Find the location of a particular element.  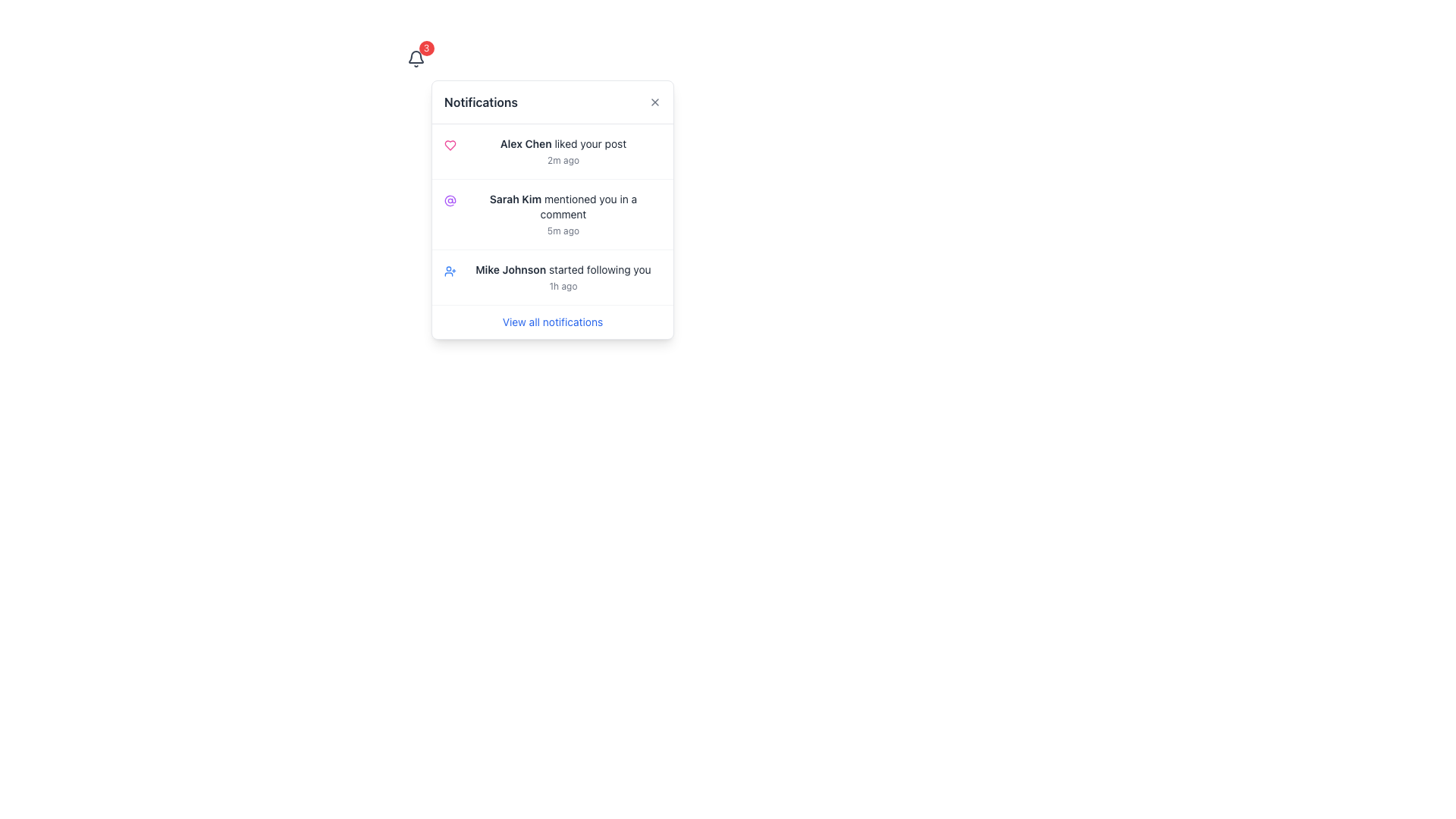

the user-following icon located at the top-left corner of the list item containing the text 'Mike Johnson started following you 1h ago' is located at coordinates (450, 271).